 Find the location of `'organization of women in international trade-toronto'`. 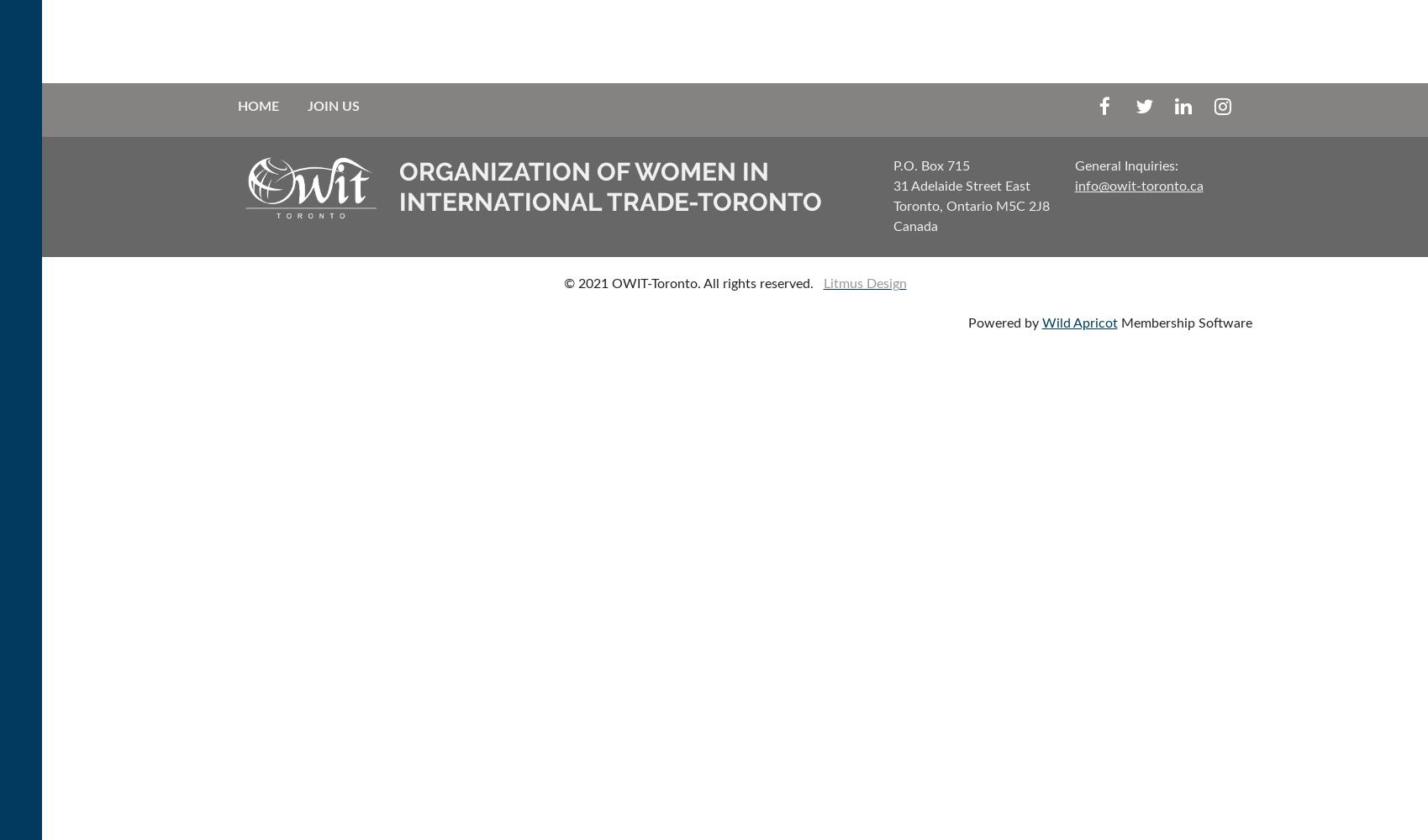

'organization of women in international trade-toronto' is located at coordinates (398, 186).